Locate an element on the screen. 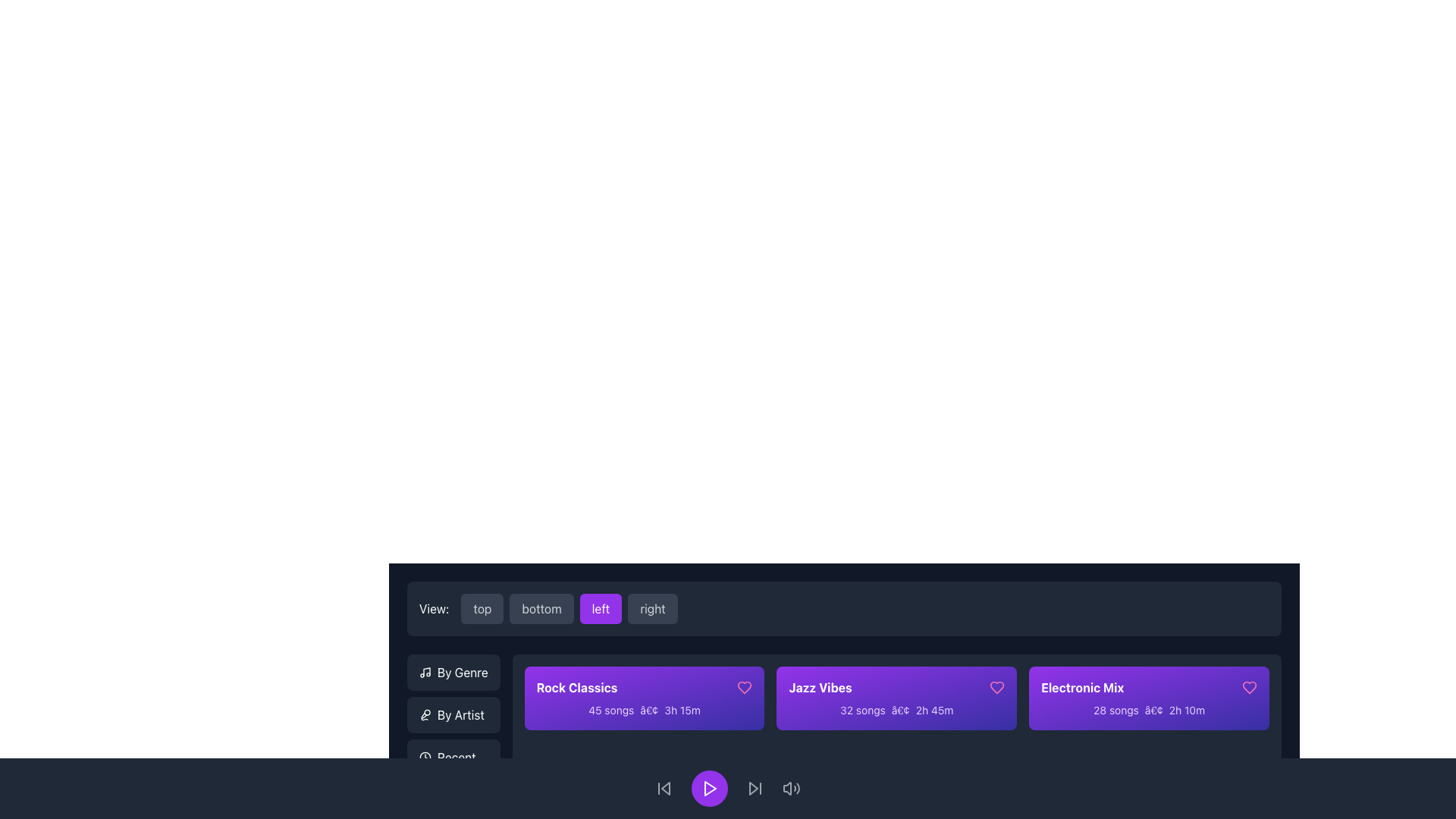 This screenshot has width=1456, height=819. the 'Recent' button, which is a rectangular button with a dark gray background and white text, located at the bottom-left side of the interface in the button group is located at coordinates (453, 758).